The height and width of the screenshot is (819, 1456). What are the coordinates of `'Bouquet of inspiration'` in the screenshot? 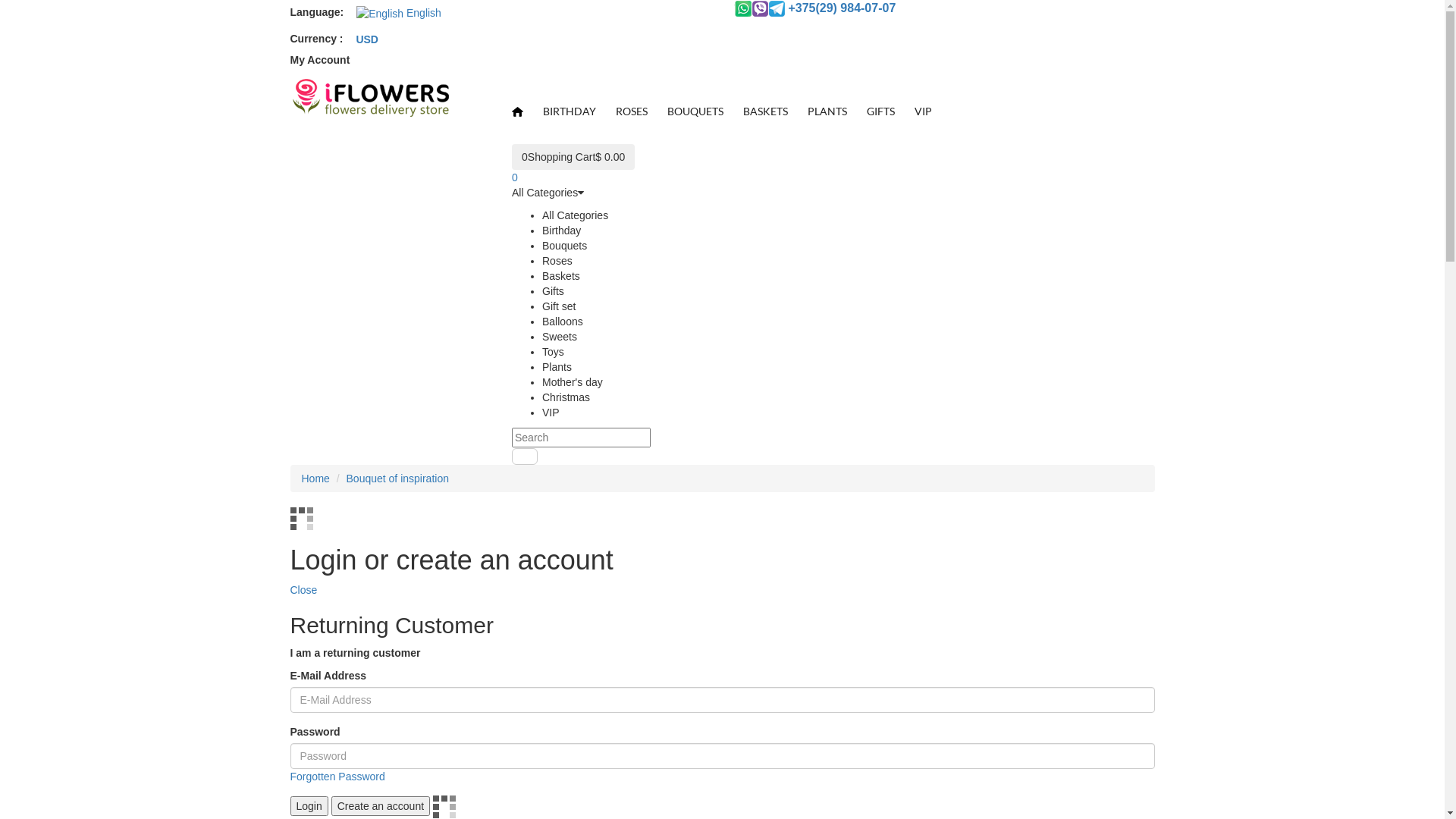 It's located at (397, 479).